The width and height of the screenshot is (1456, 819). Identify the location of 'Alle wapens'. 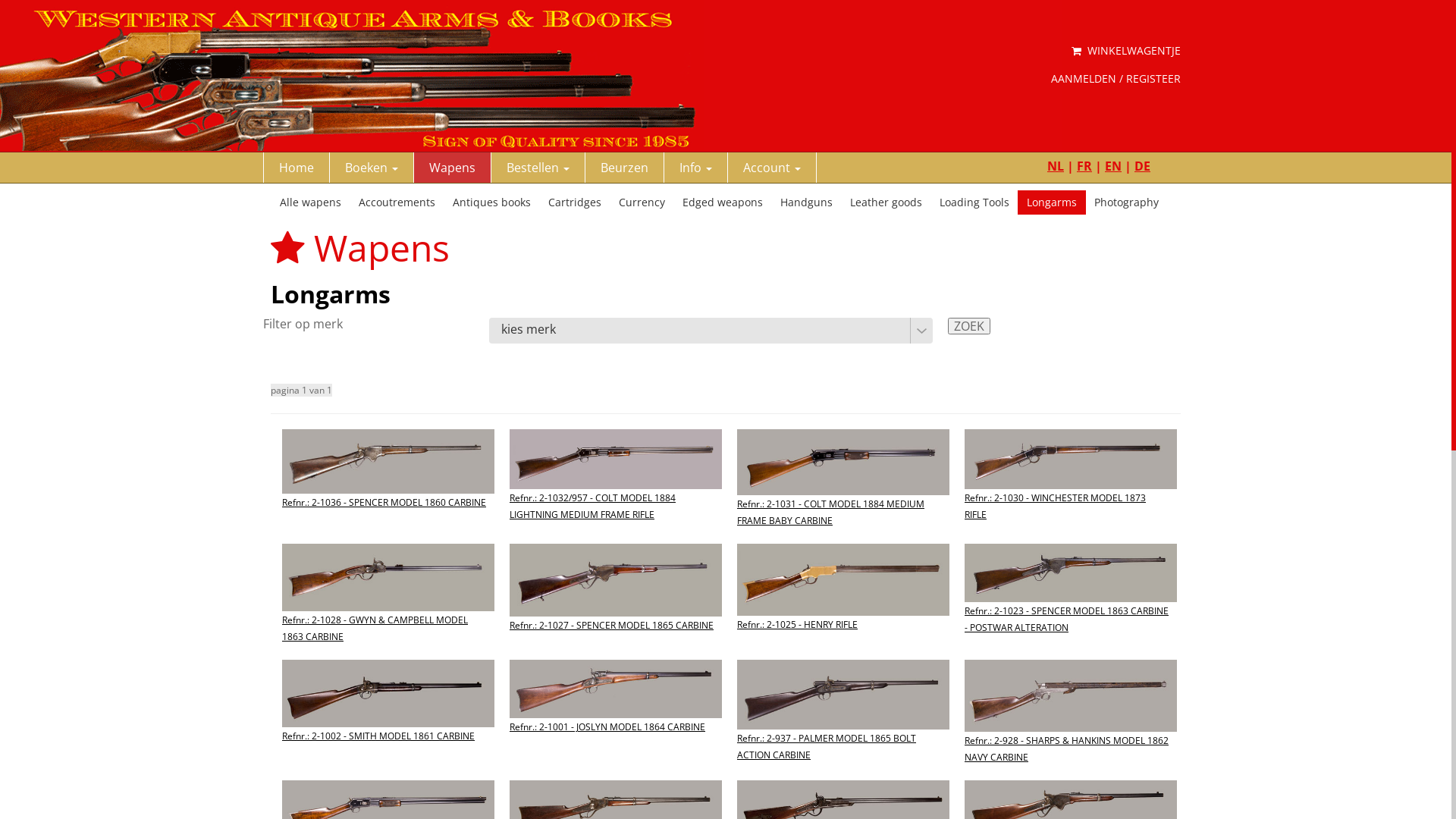
(309, 201).